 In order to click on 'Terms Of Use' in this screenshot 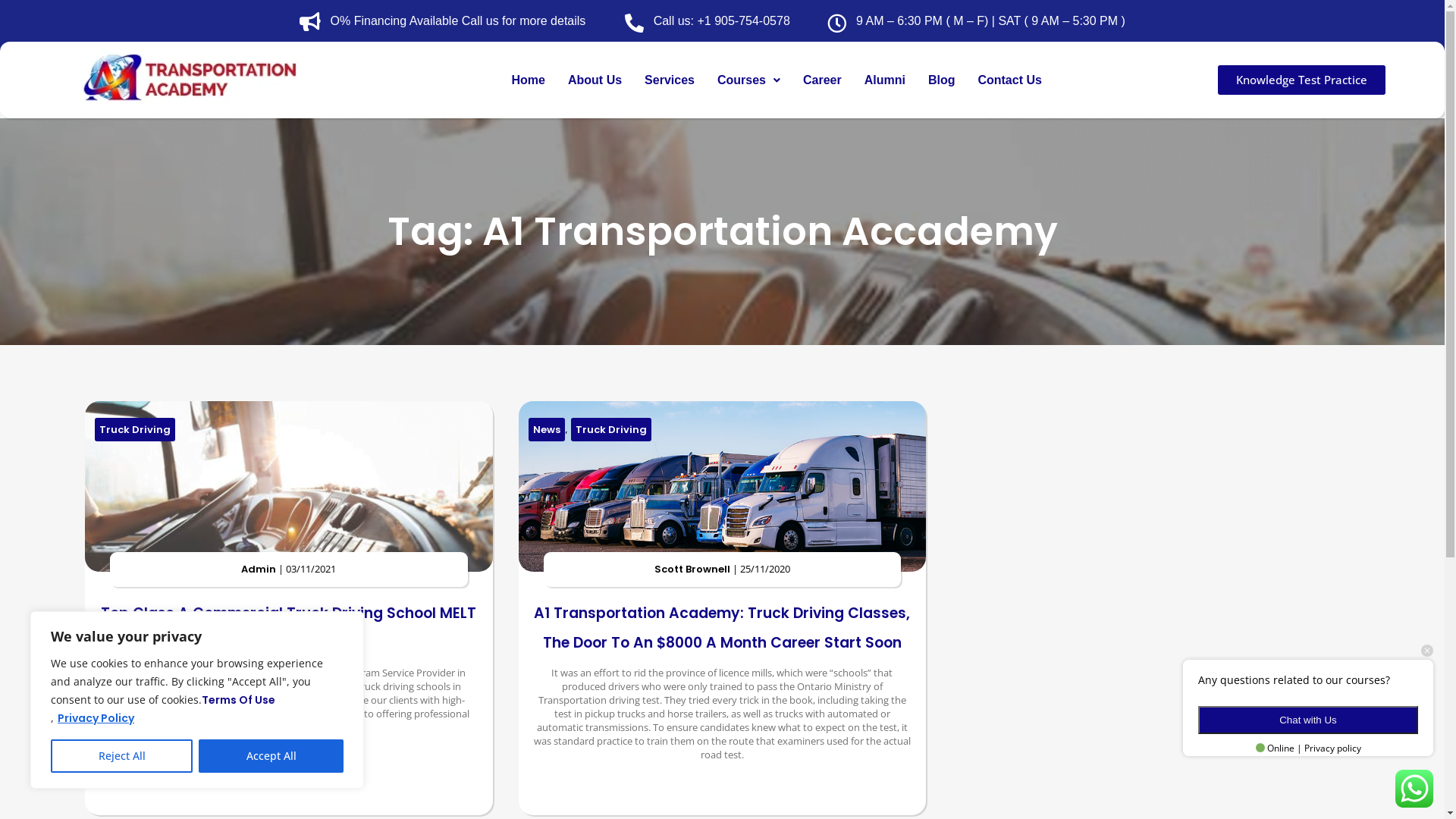, I will do `click(237, 699)`.